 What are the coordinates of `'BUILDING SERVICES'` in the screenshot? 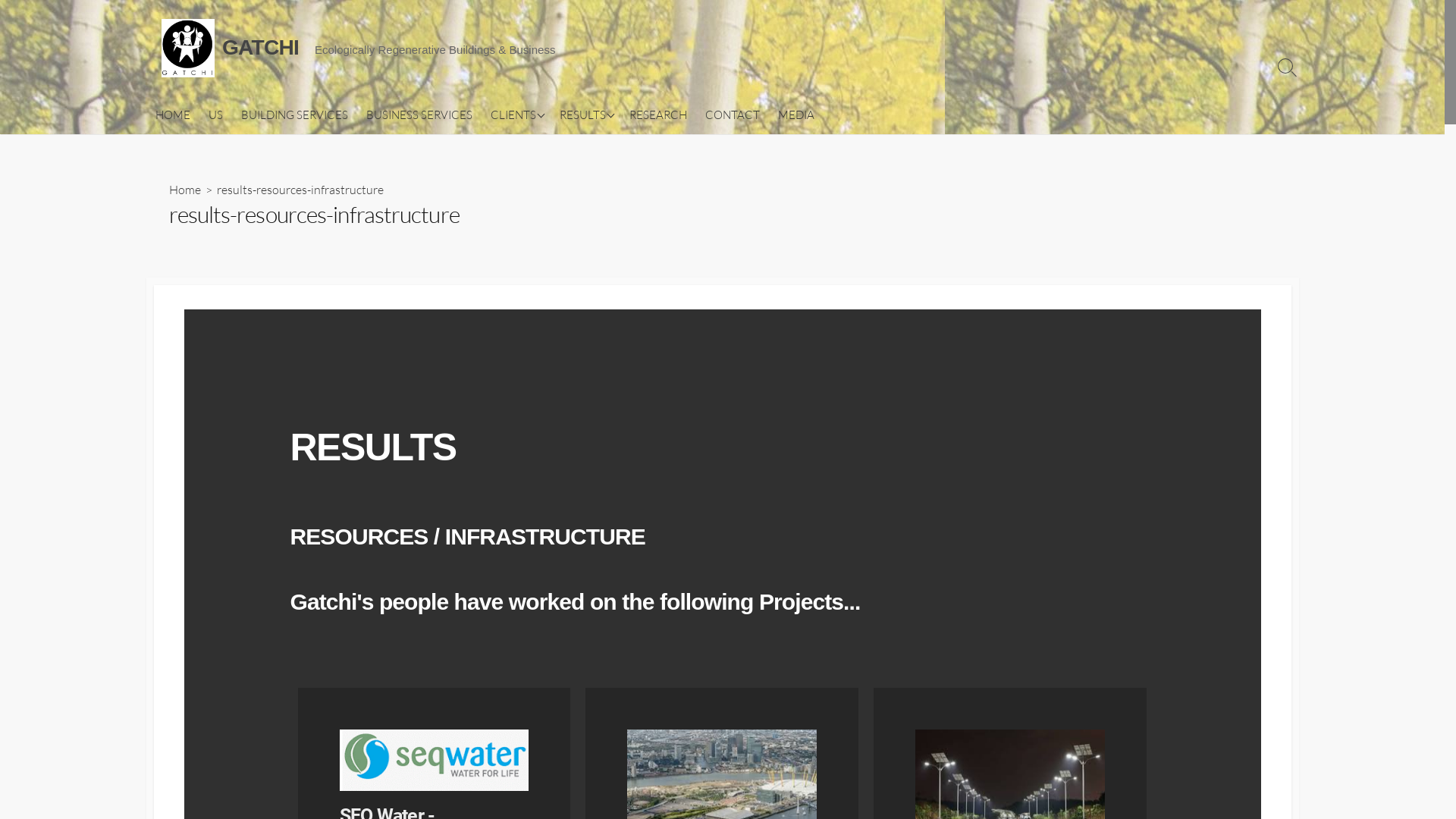 It's located at (231, 114).